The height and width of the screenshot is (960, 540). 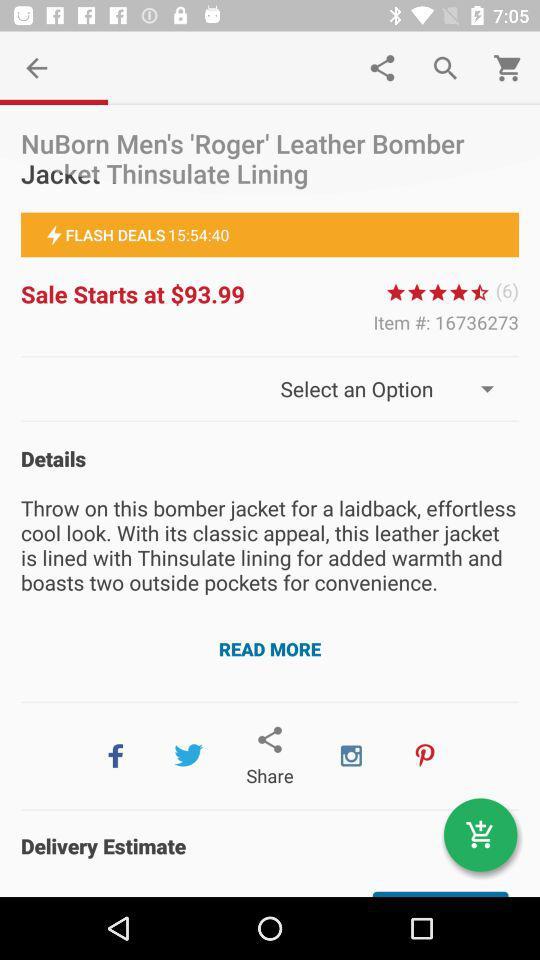 What do you see at coordinates (479, 835) in the screenshot?
I see `the cart icon` at bounding box center [479, 835].